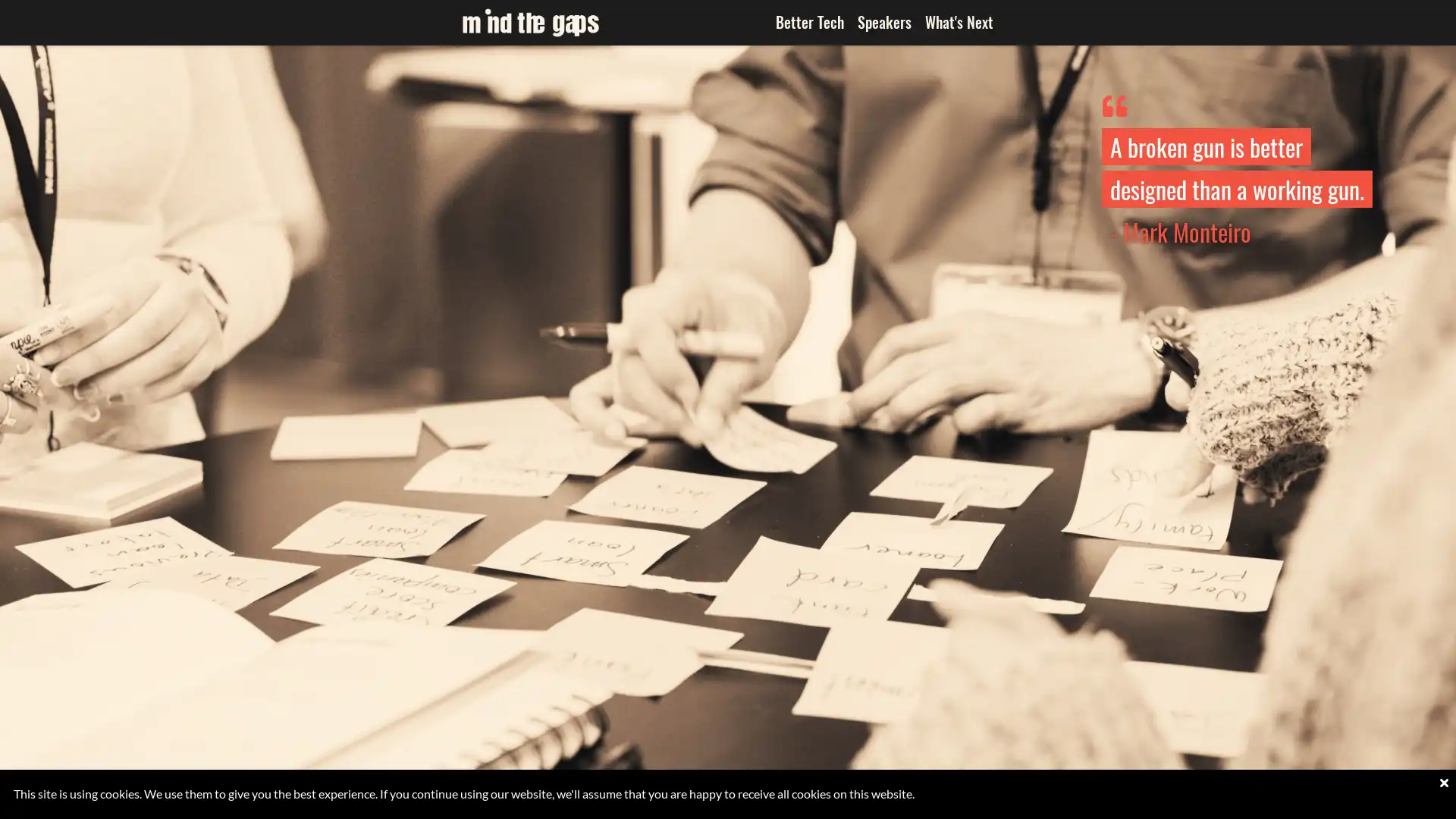 This screenshot has height=819, width=1456. Describe the element at coordinates (750, 802) in the screenshot. I see `4` at that location.